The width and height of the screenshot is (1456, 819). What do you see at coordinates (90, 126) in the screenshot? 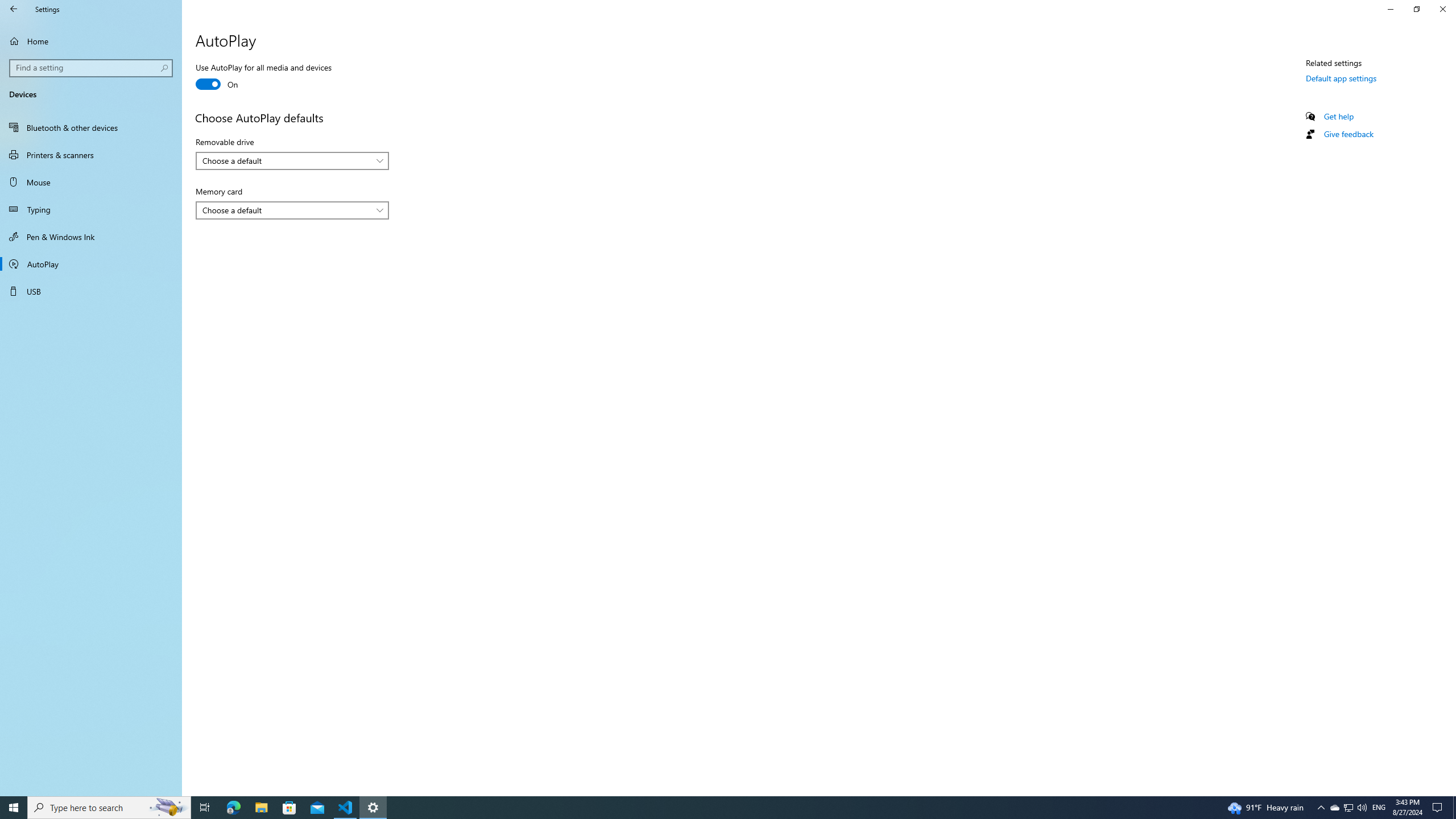
I see `'Bluetooth & other devices'` at bounding box center [90, 126].